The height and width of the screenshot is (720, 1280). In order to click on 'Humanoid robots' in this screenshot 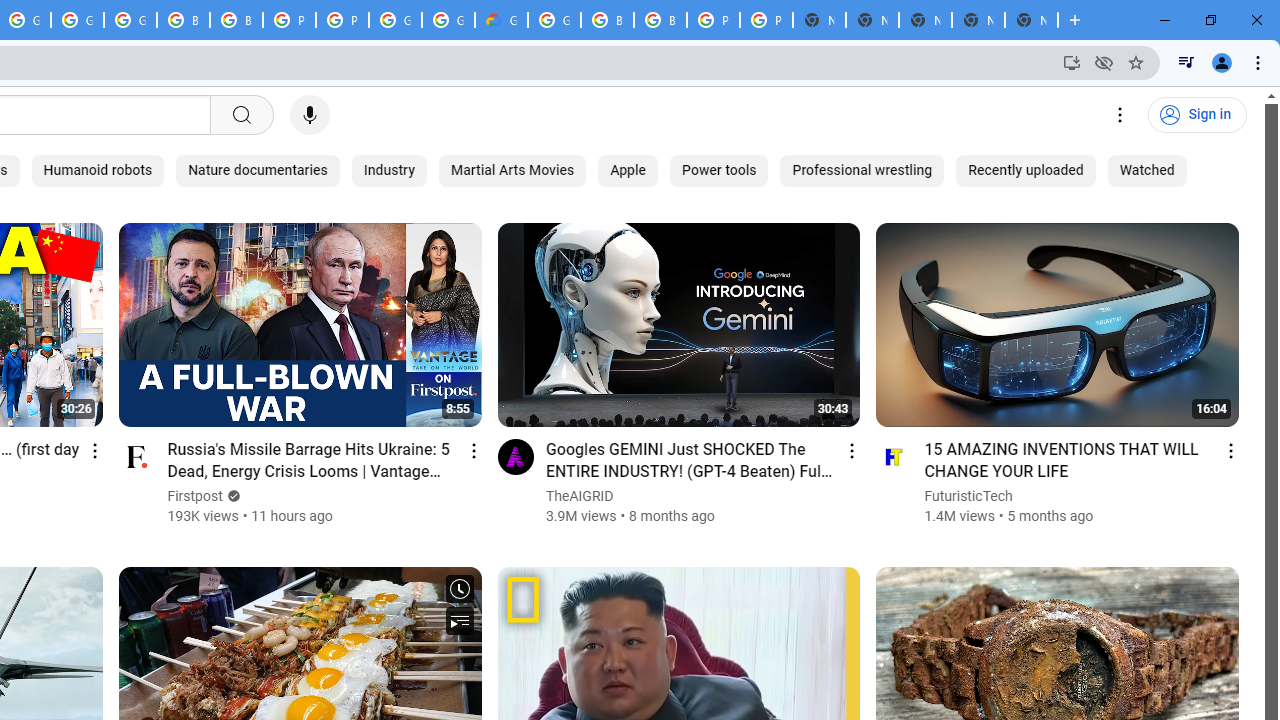, I will do `click(96, 170)`.